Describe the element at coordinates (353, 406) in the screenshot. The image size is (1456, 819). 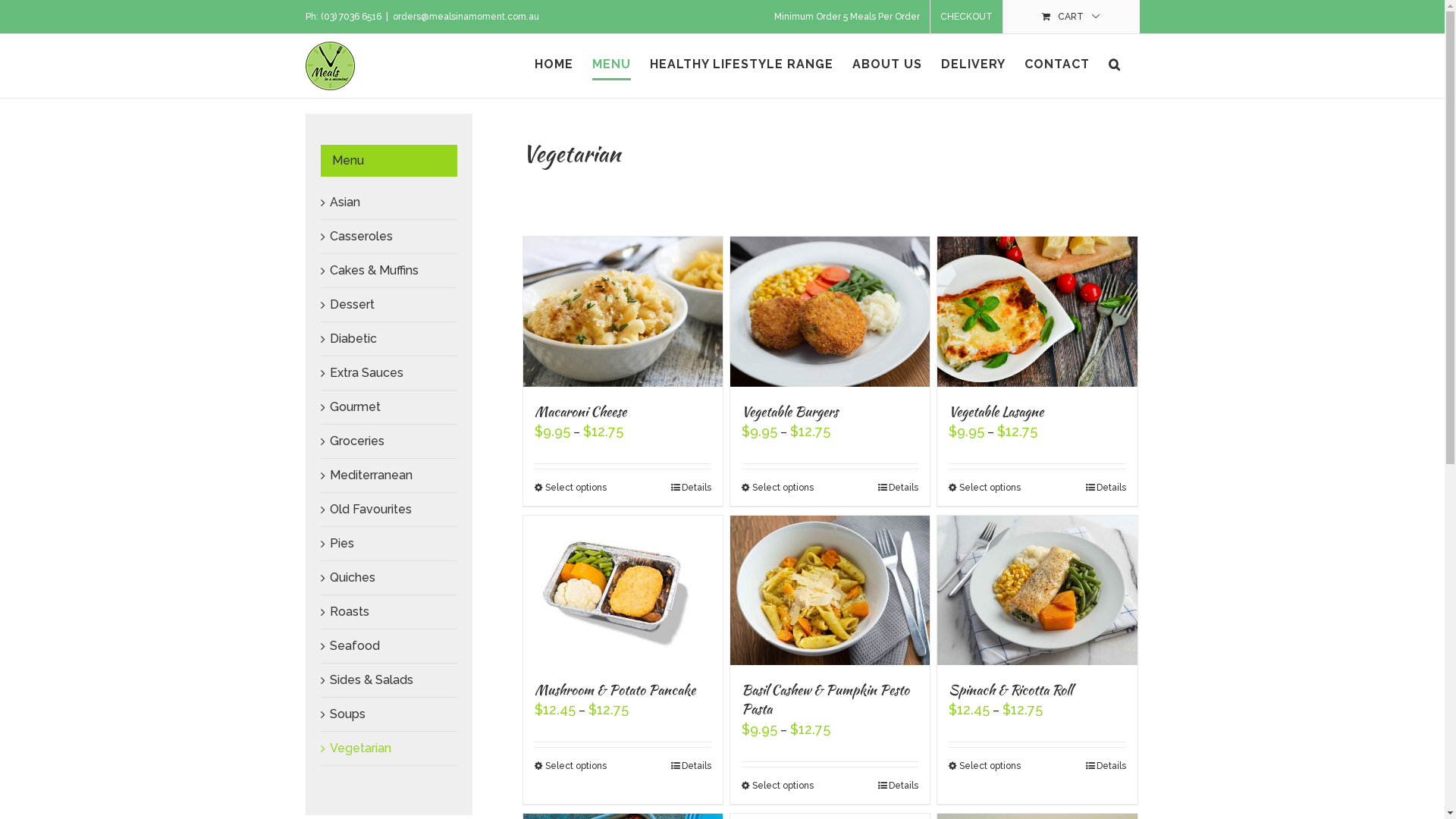
I see `'Gourmet'` at that location.